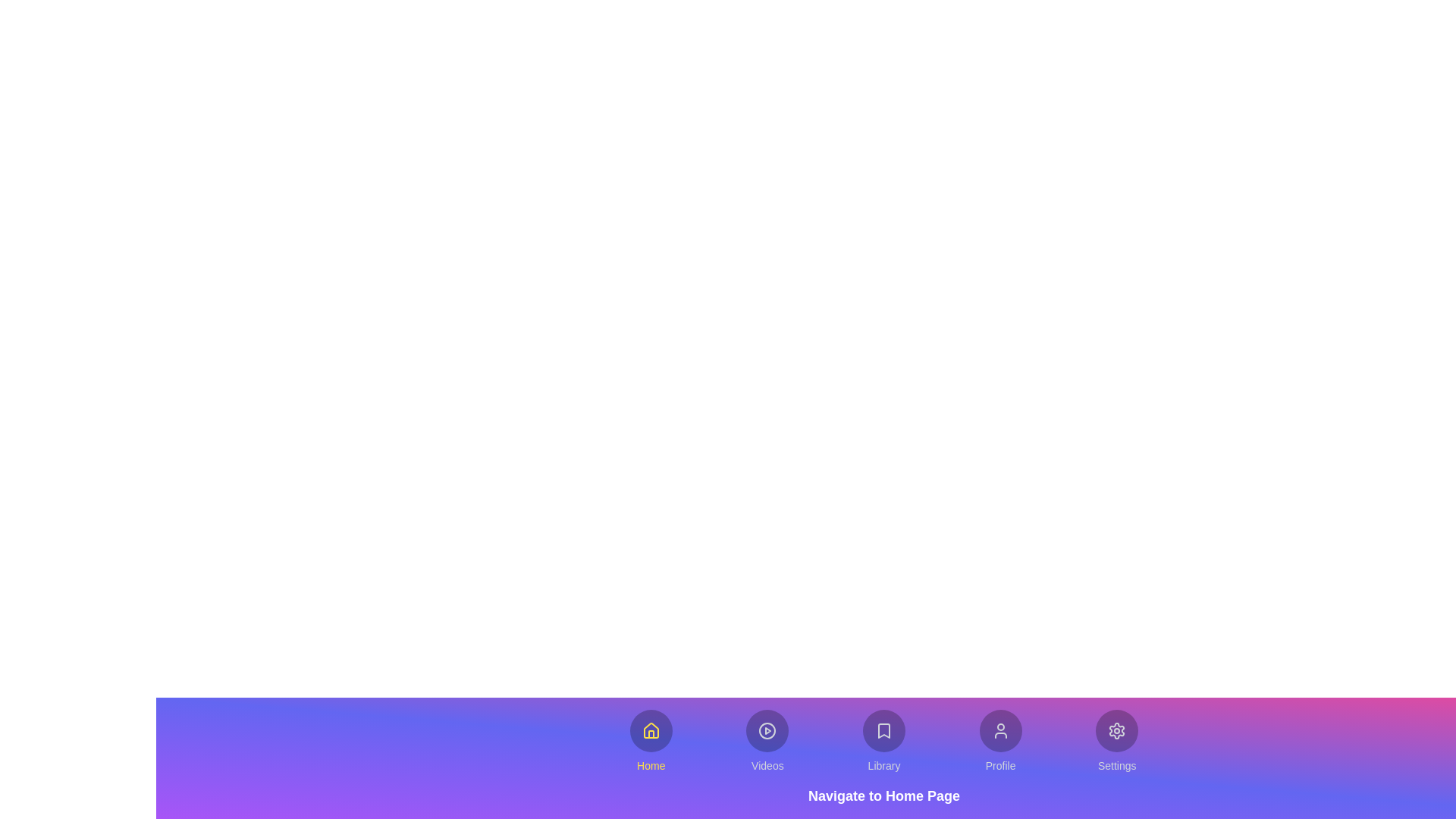 The height and width of the screenshot is (819, 1456). Describe the element at coordinates (1117, 741) in the screenshot. I see `the Settings tab to activate it` at that location.